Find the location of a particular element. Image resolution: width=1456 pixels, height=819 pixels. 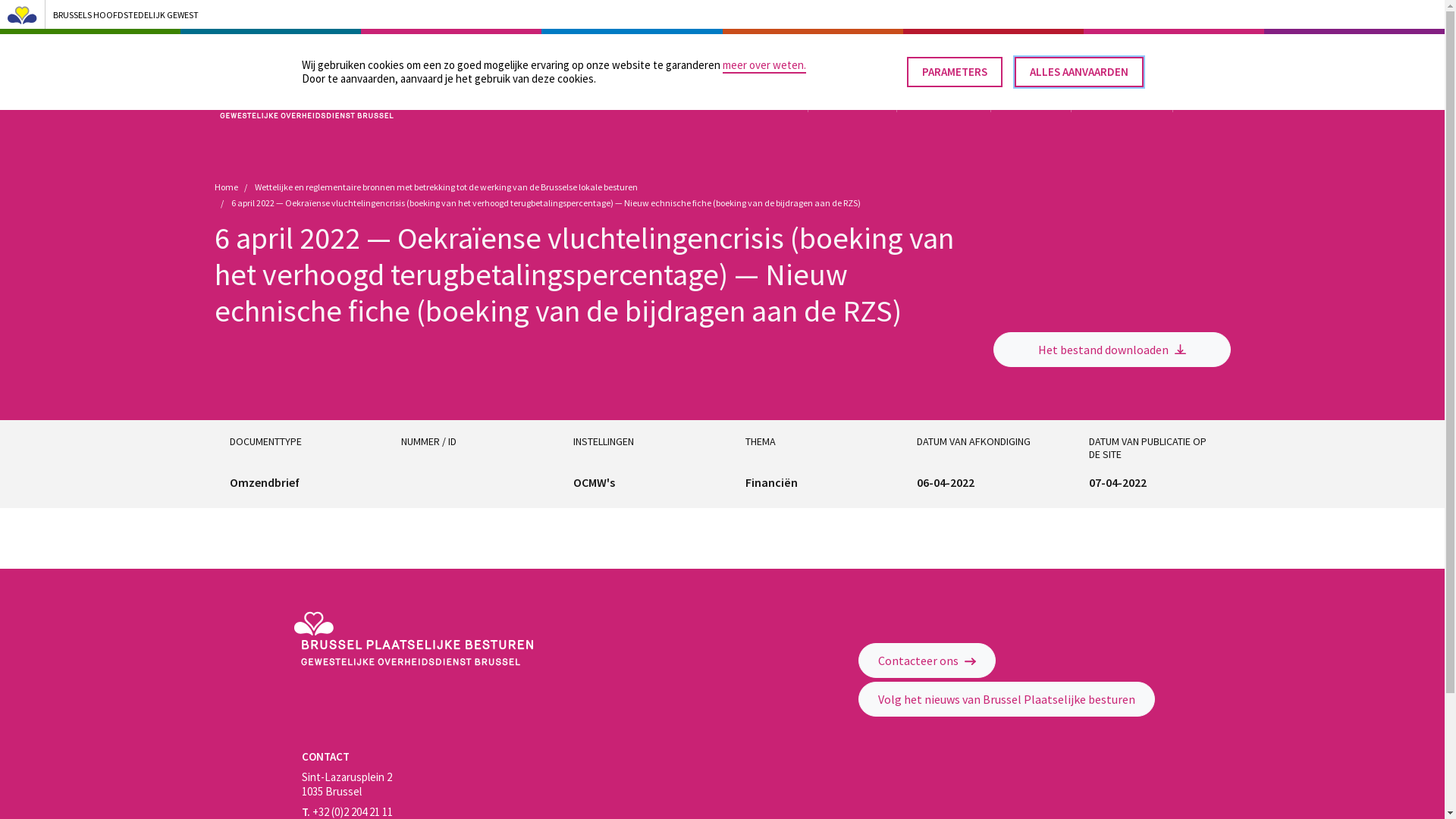

'ALLES AANVAARDEN' is located at coordinates (1078, 72).